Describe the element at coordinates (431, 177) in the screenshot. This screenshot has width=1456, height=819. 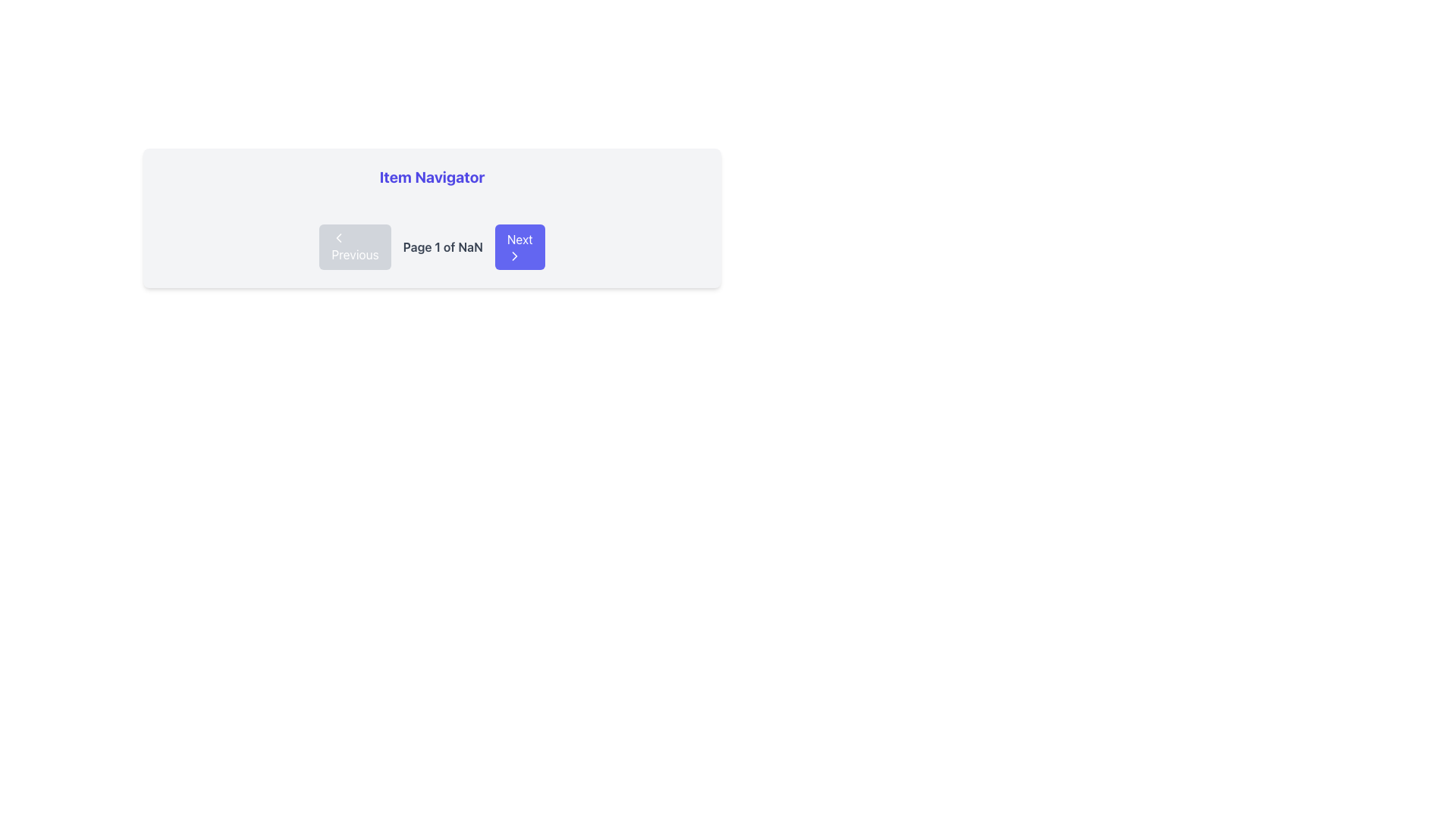
I see `the static heading label located at the center-top of the navigation area, which provides context to the user about this UI section` at that location.